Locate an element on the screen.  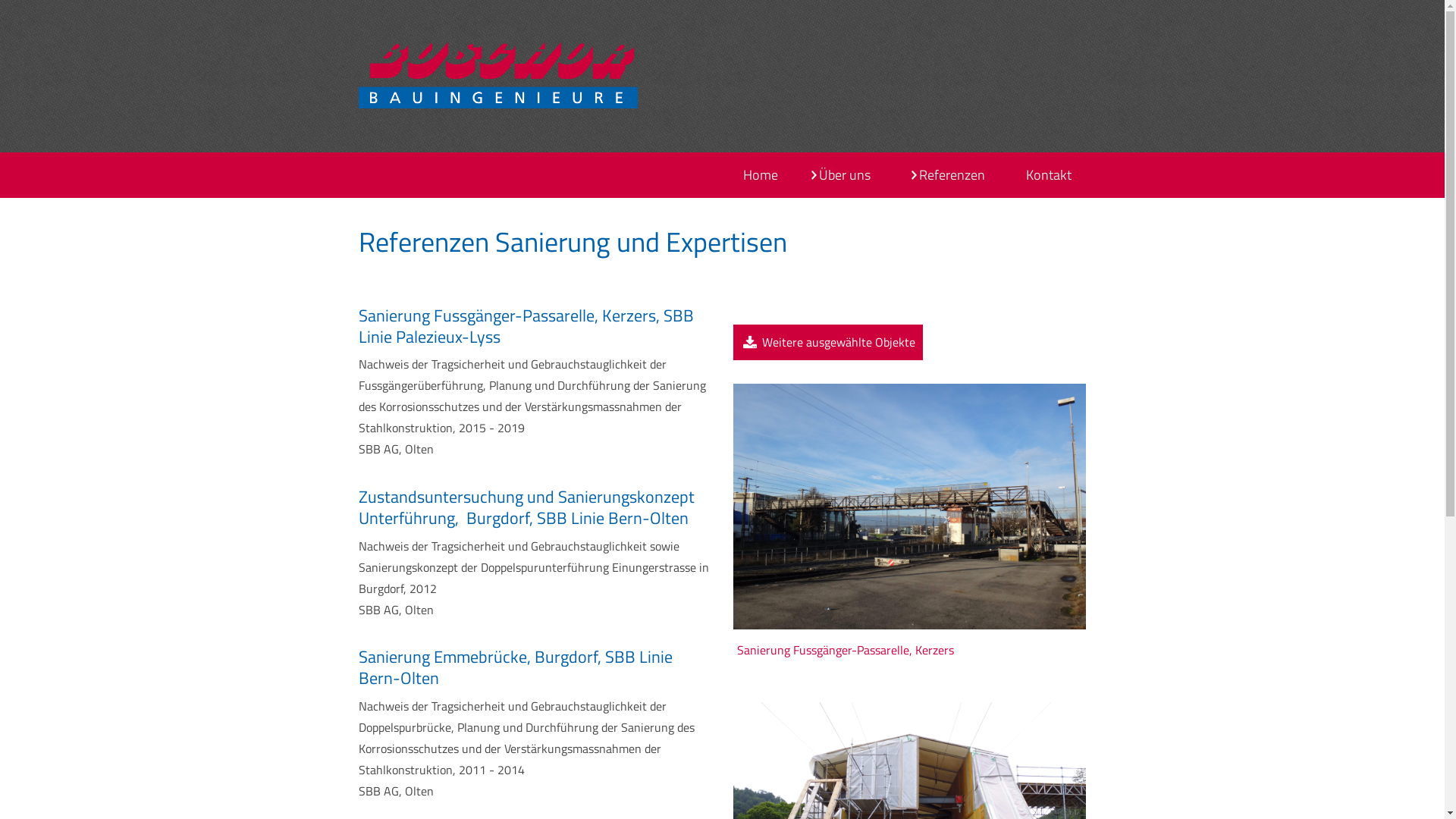
'Kontakt' is located at coordinates (1047, 174).